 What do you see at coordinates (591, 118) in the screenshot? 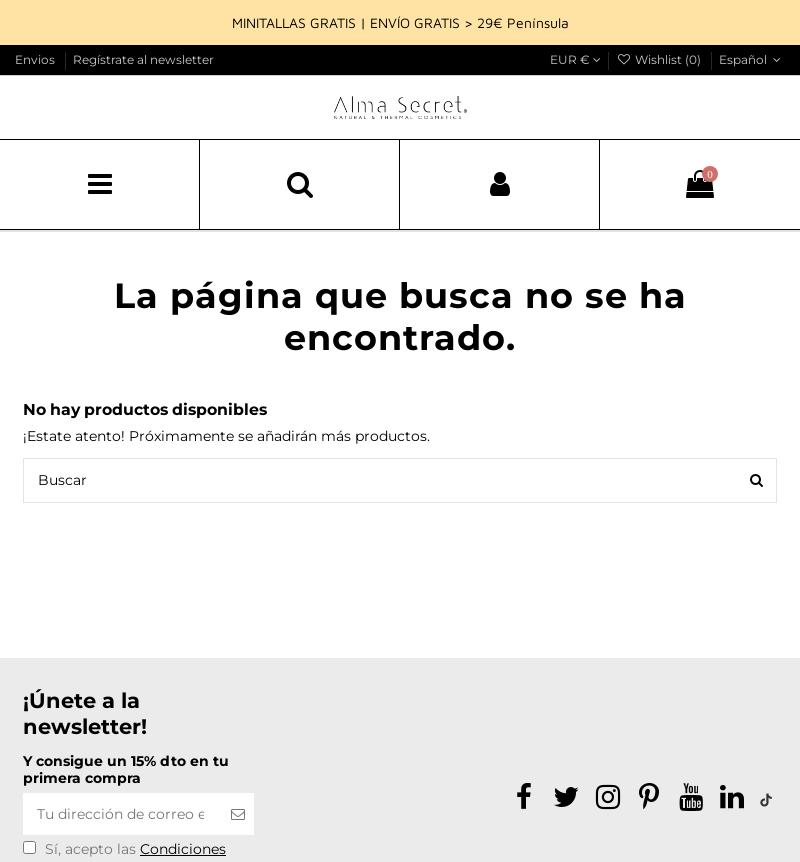
I see `'Apoyo financiero de la Unión Europea: 28.988,64 € (Apoyo total de 36.235,8 €)'` at bounding box center [591, 118].